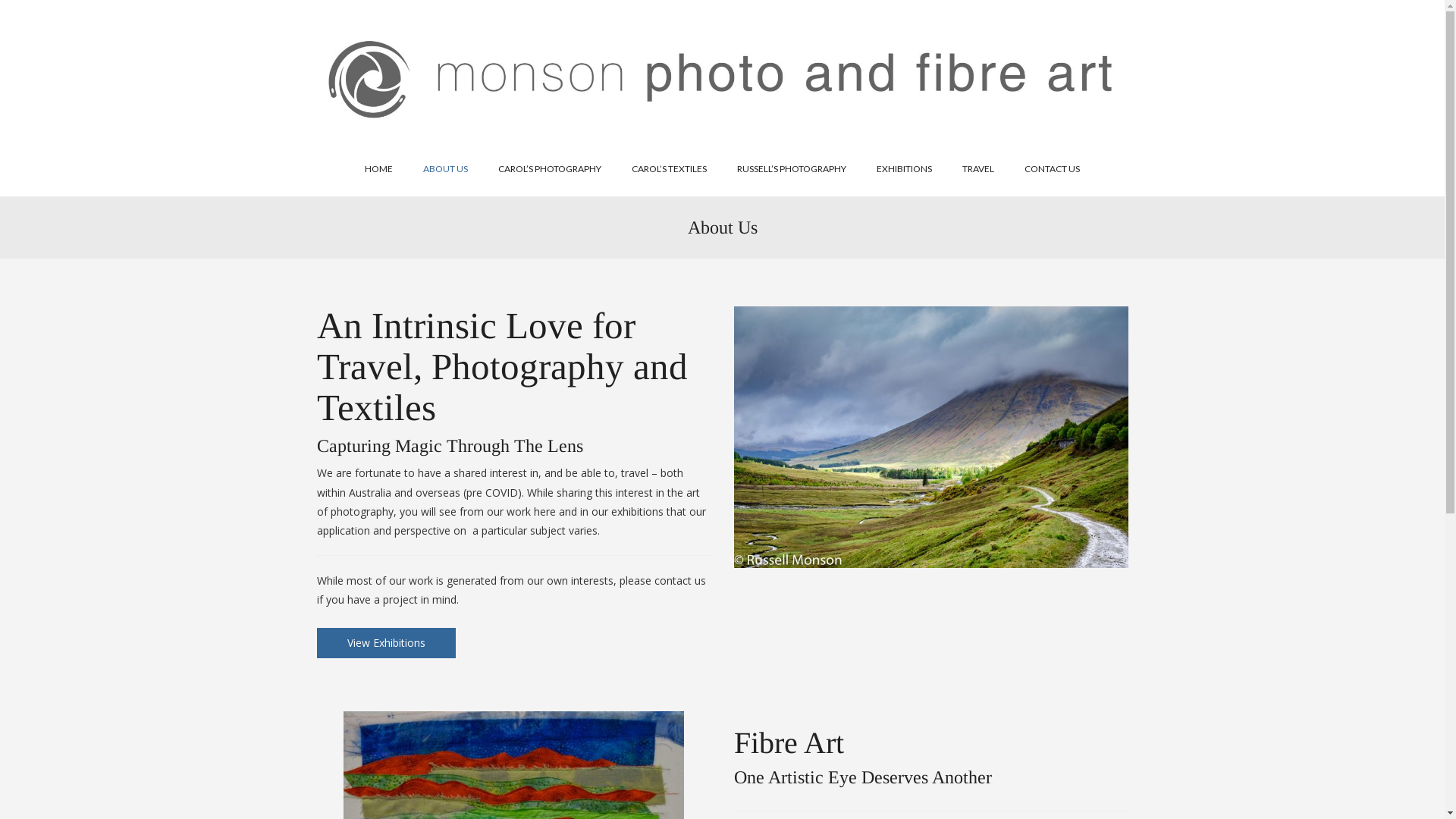 This screenshot has width=1456, height=819. What do you see at coordinates (904, 169) in the screenshot?
I see `'EXHIBITIONS'` at bounding box center [904, 169].